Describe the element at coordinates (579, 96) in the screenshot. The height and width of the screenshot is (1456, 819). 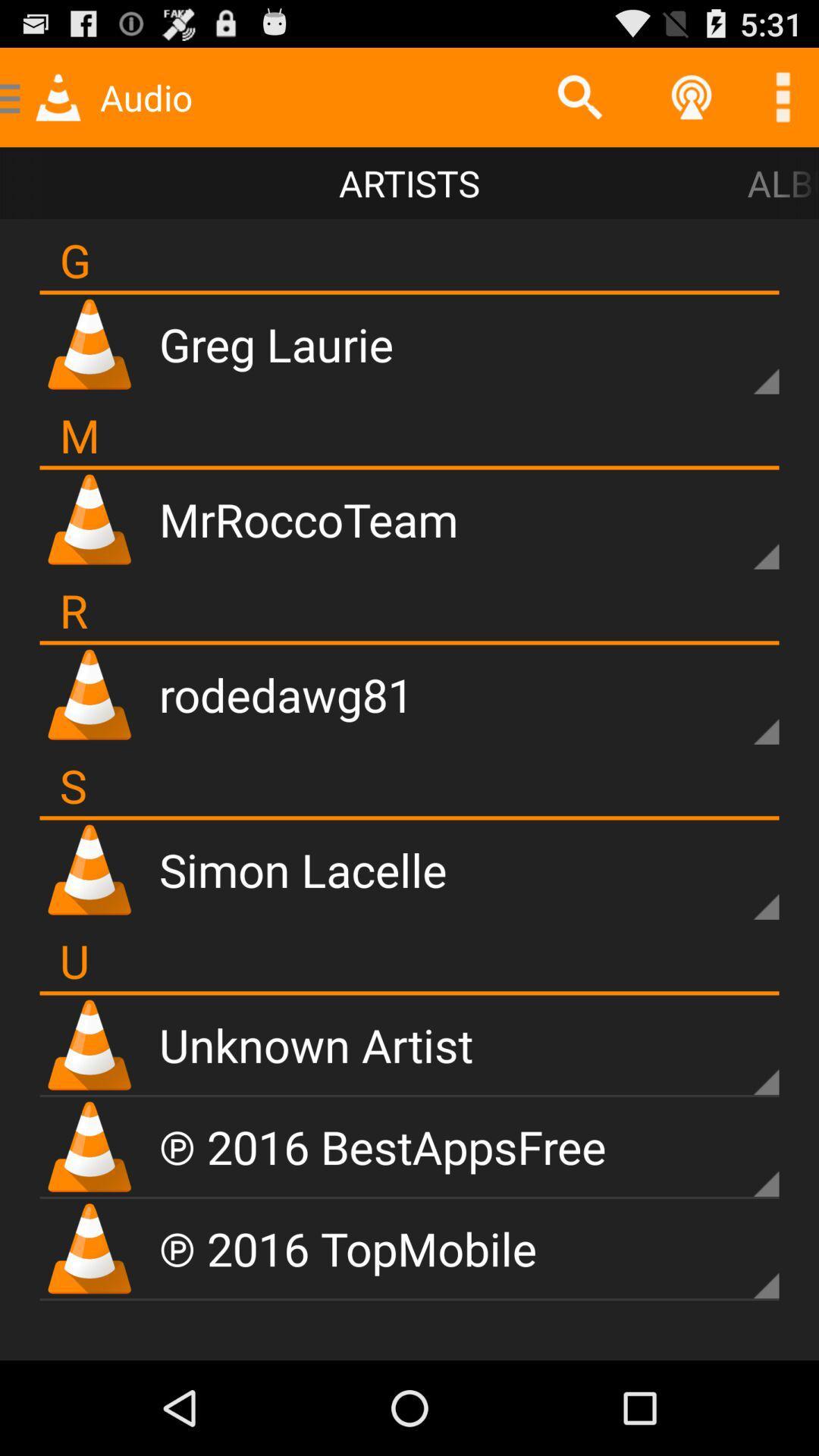
I see `the icon to the right of the audio` at that location.